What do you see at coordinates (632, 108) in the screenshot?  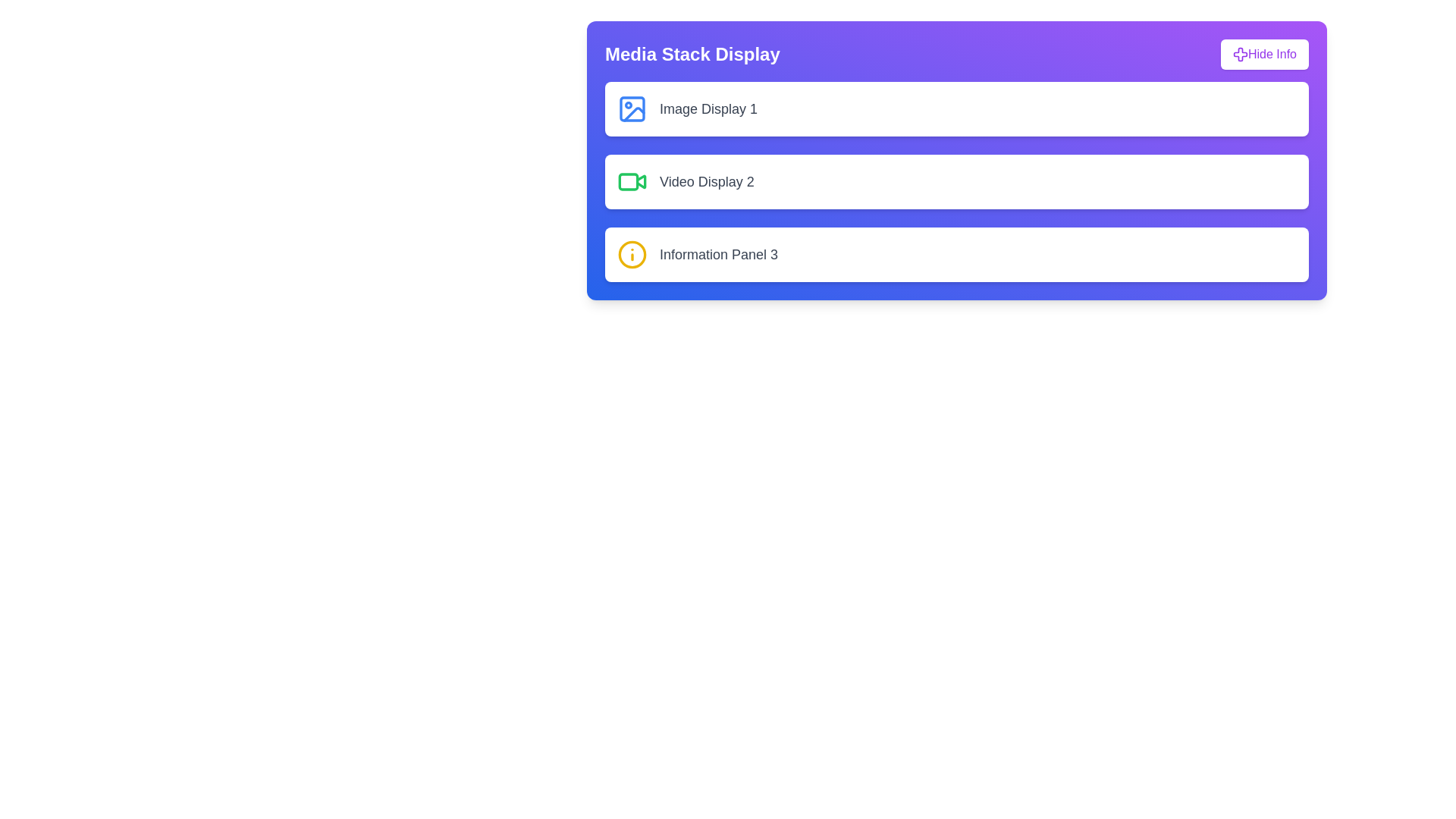 I see `the visual icon representing the image or gallery, which is located at the far left of the first row preceding the label 'Image Display 1'` at bounding box center [632, 108].